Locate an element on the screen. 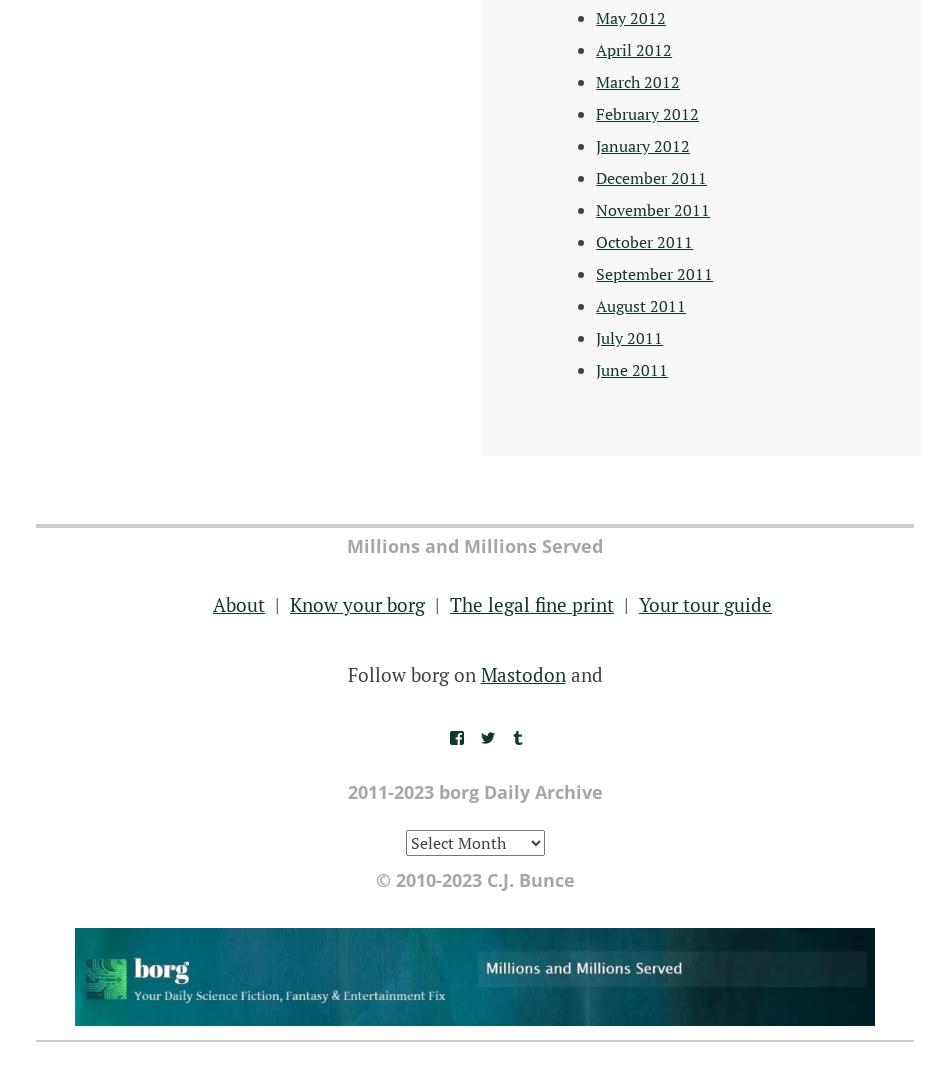 This screenshot has width=950, height=1076. 'About' is located at coordinates (238, 604).